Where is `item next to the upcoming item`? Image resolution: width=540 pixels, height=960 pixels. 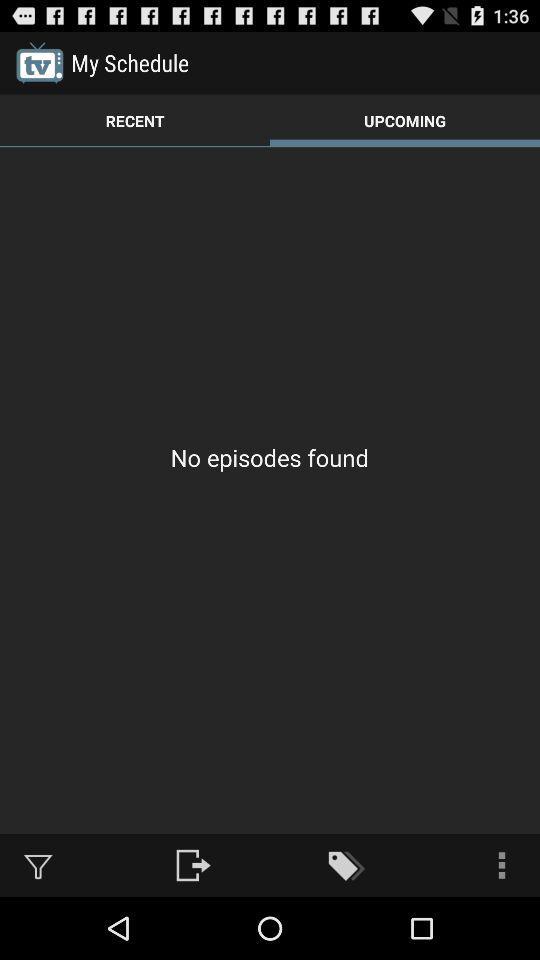 item next to the upcoming item is located at coordinates (135, 120).